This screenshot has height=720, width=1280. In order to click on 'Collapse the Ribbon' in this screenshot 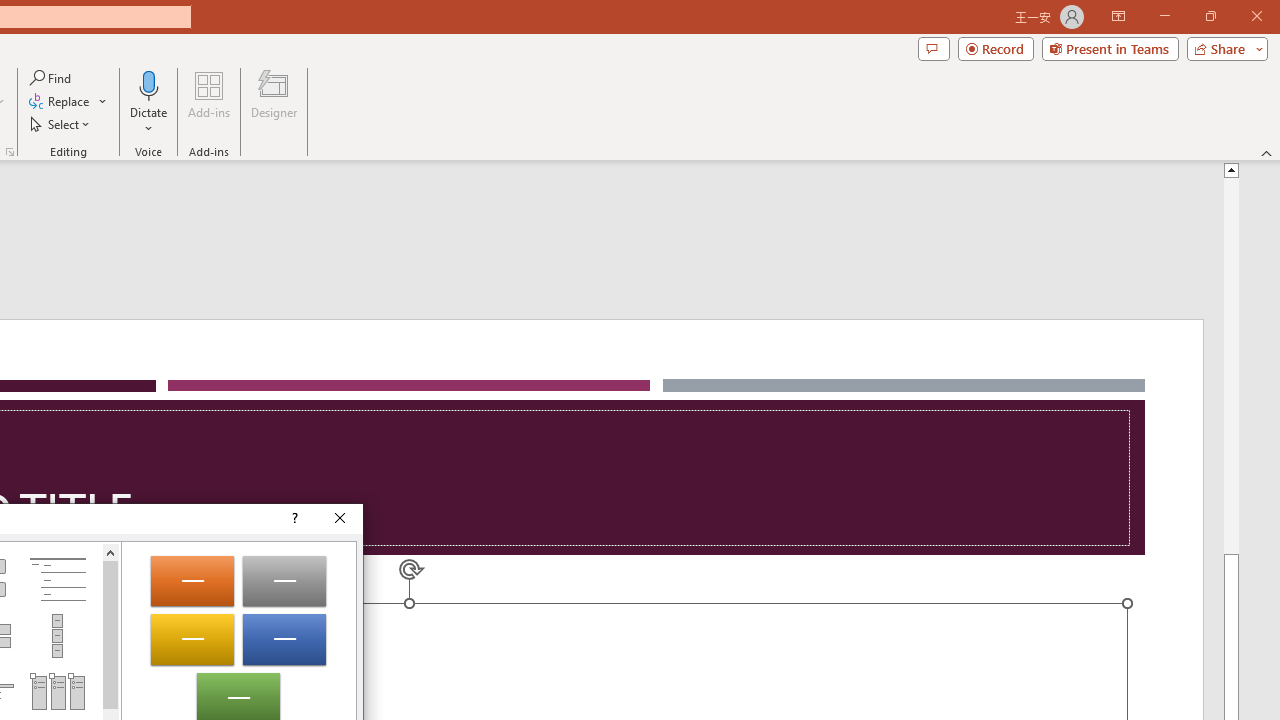, I will do `click(1266, 152)`.